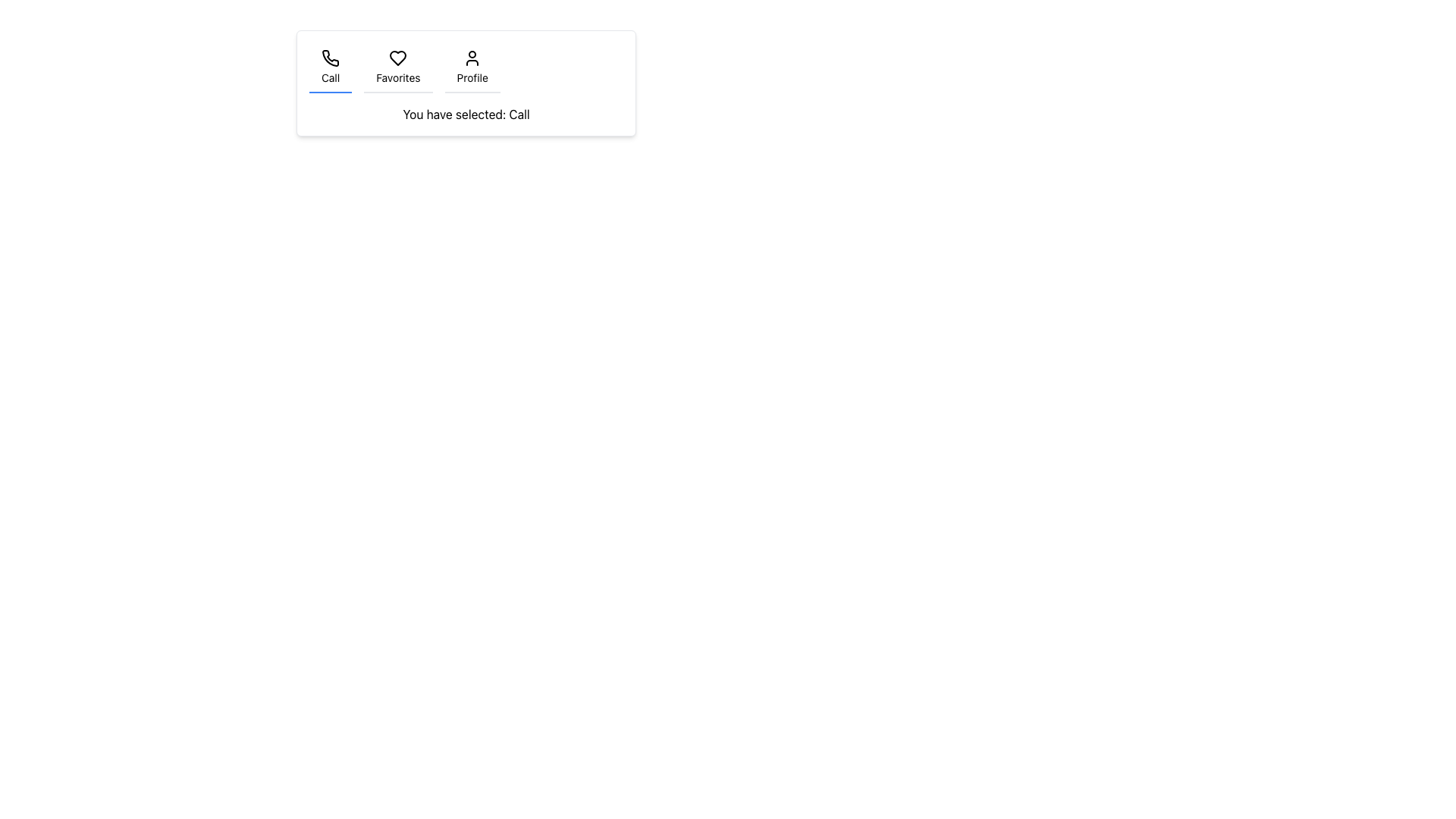  What do you see at coordinates (398, 67) in the screenshot?
I see `the heart-shaped button labeled 'Favorites'` at bounding box center [398, 67].